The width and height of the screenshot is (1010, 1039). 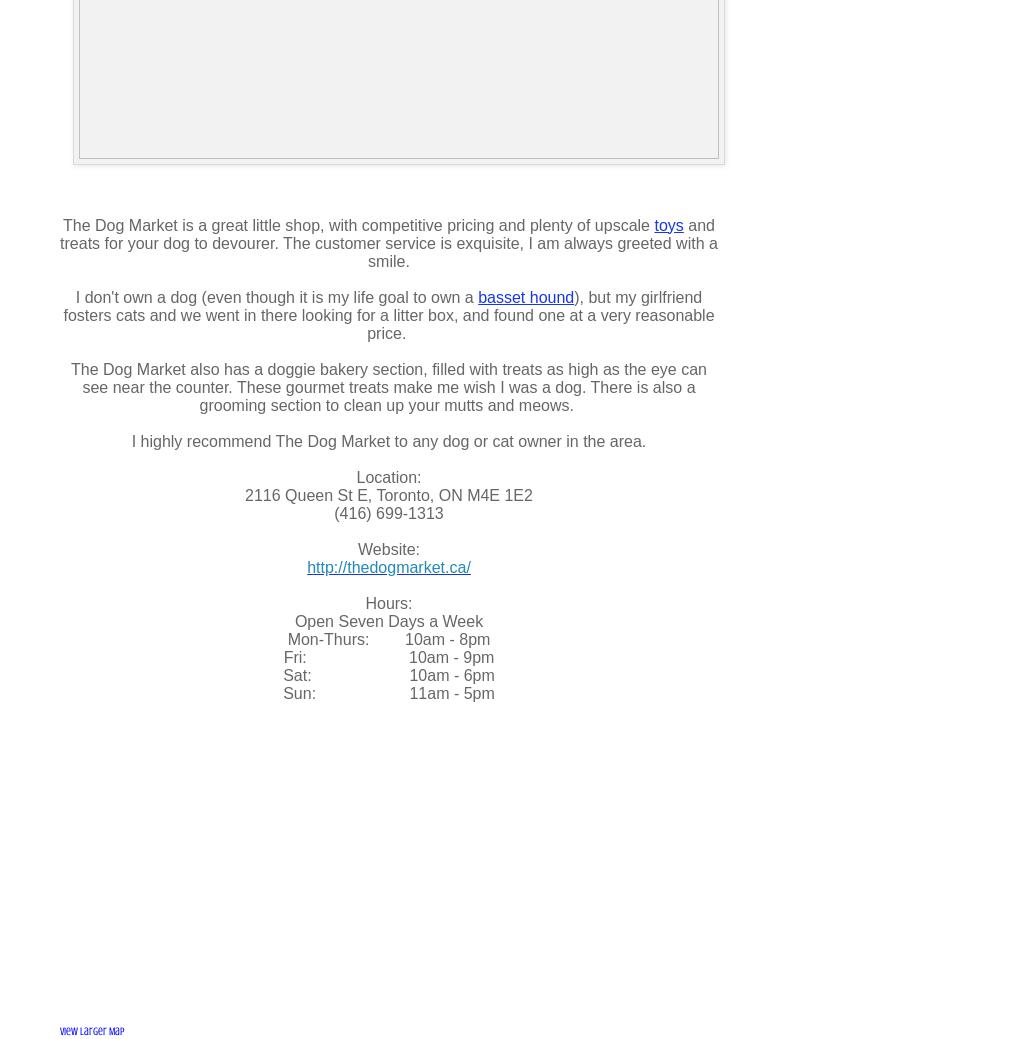 I want to click on 'basset hound', so click(x=525, y=296).